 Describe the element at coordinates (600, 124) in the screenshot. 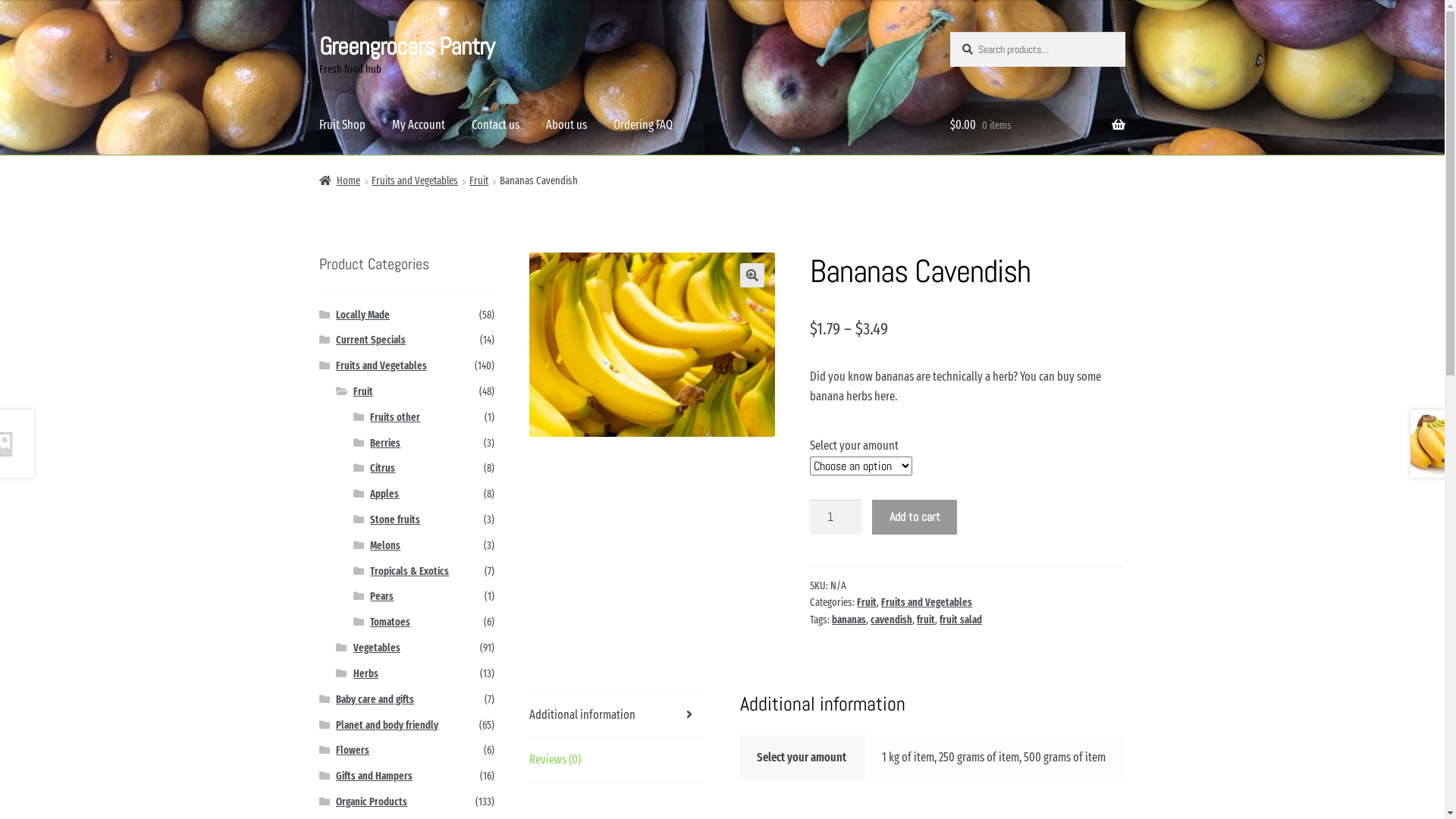

I see `'Ordering FAQ'` at that location.